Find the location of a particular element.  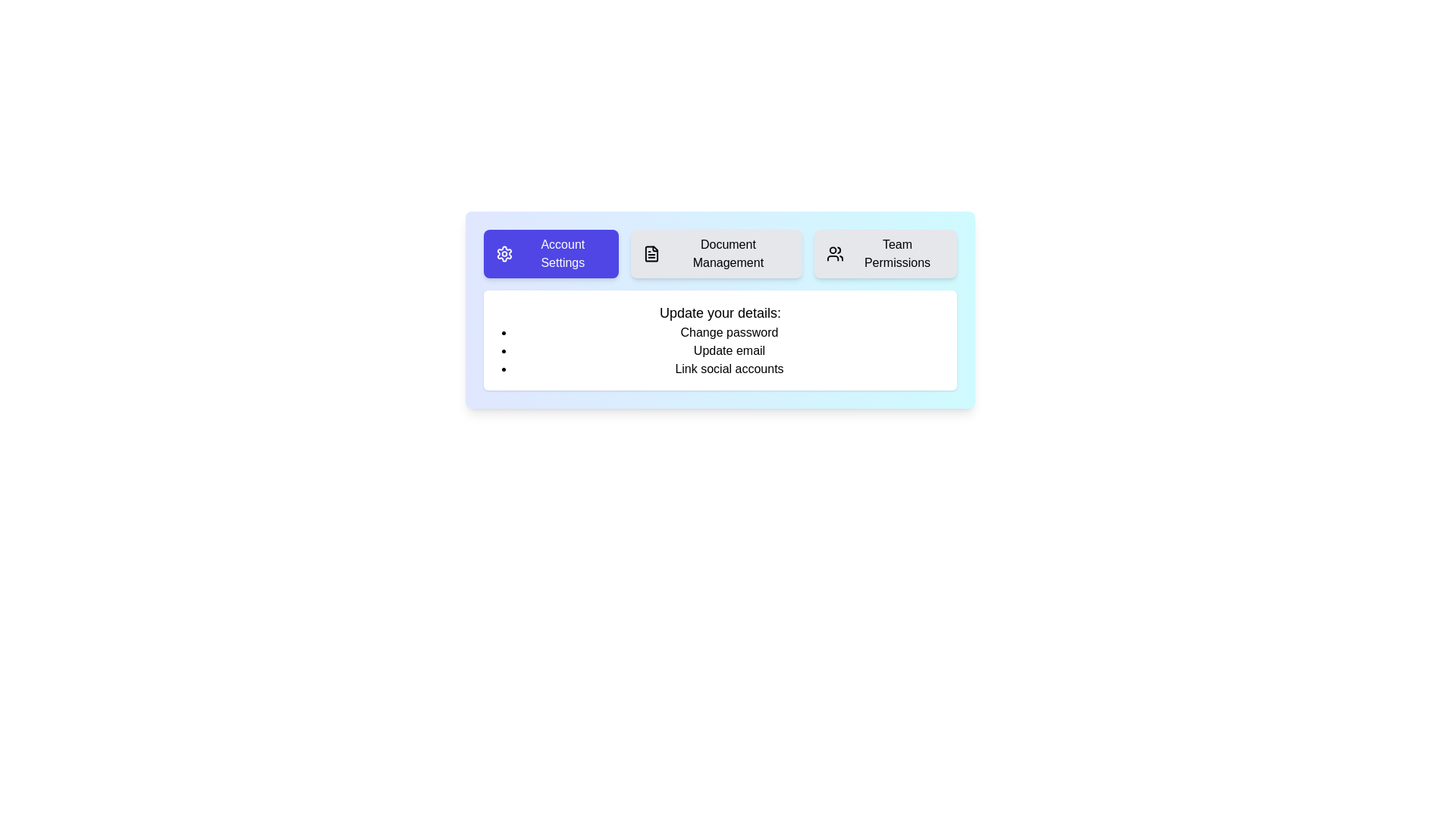

the 'Document Management' button to trigger its hover effects, which is the middle button in a horizontal alignment of three buttons is located at coordinates (715, 253).